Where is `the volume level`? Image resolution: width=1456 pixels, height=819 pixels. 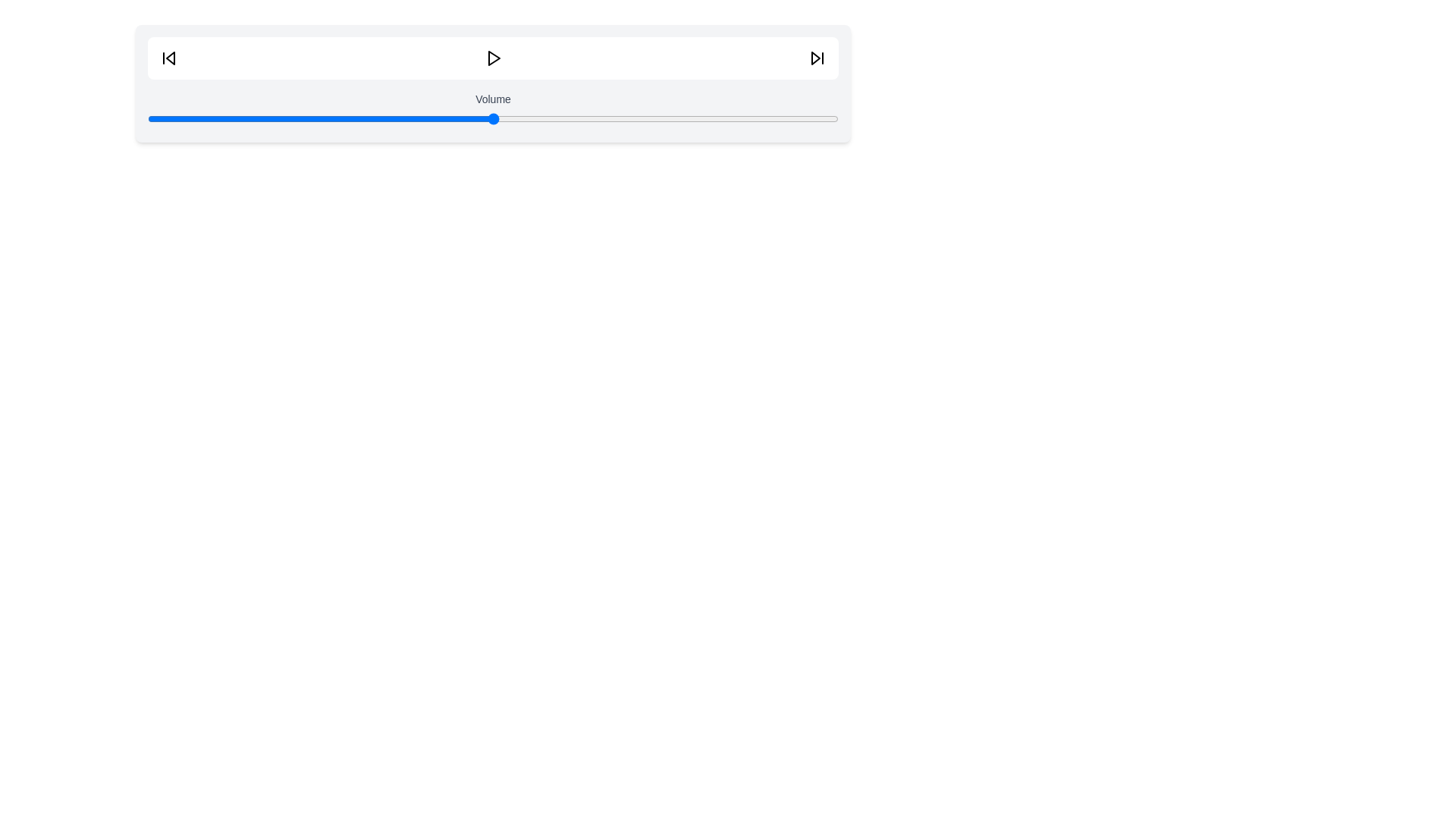 the volume level is located at coordinates (162, 118).